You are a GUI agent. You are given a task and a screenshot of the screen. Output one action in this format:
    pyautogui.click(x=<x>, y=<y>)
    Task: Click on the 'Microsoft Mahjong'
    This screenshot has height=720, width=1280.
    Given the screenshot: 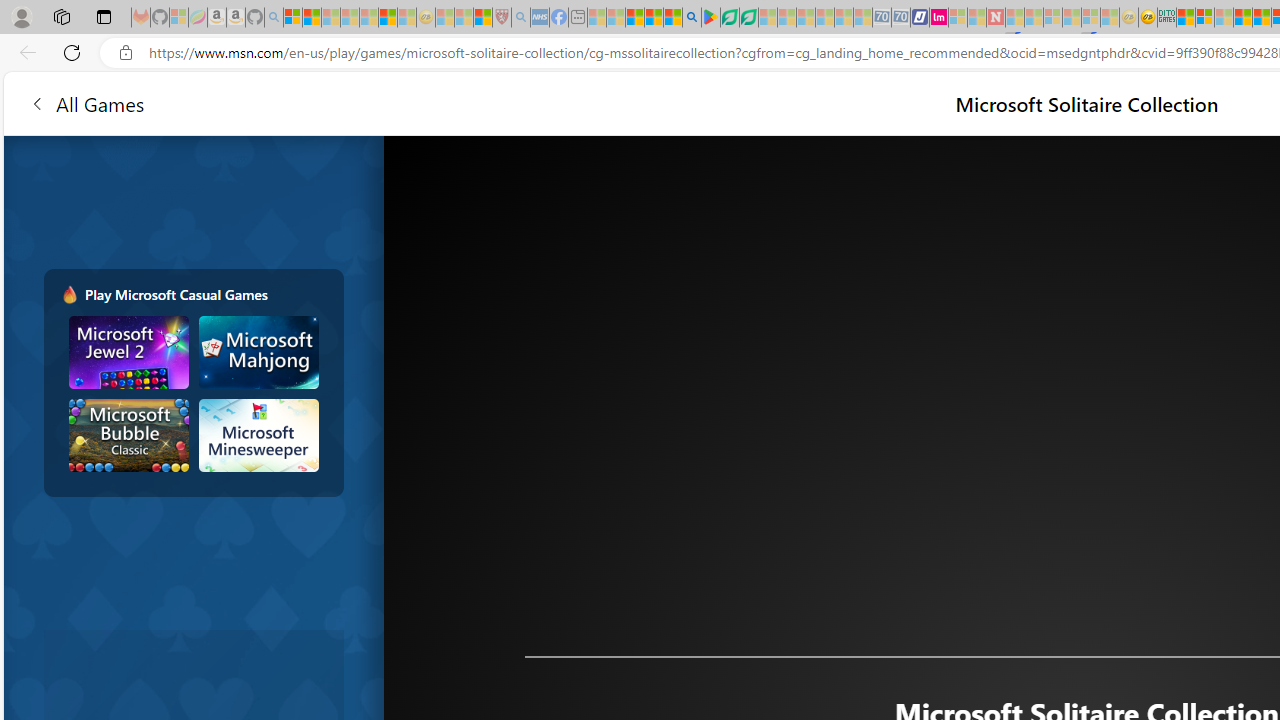 What is the action you would take?
    pyautogui.click(x=257, y=351)
    